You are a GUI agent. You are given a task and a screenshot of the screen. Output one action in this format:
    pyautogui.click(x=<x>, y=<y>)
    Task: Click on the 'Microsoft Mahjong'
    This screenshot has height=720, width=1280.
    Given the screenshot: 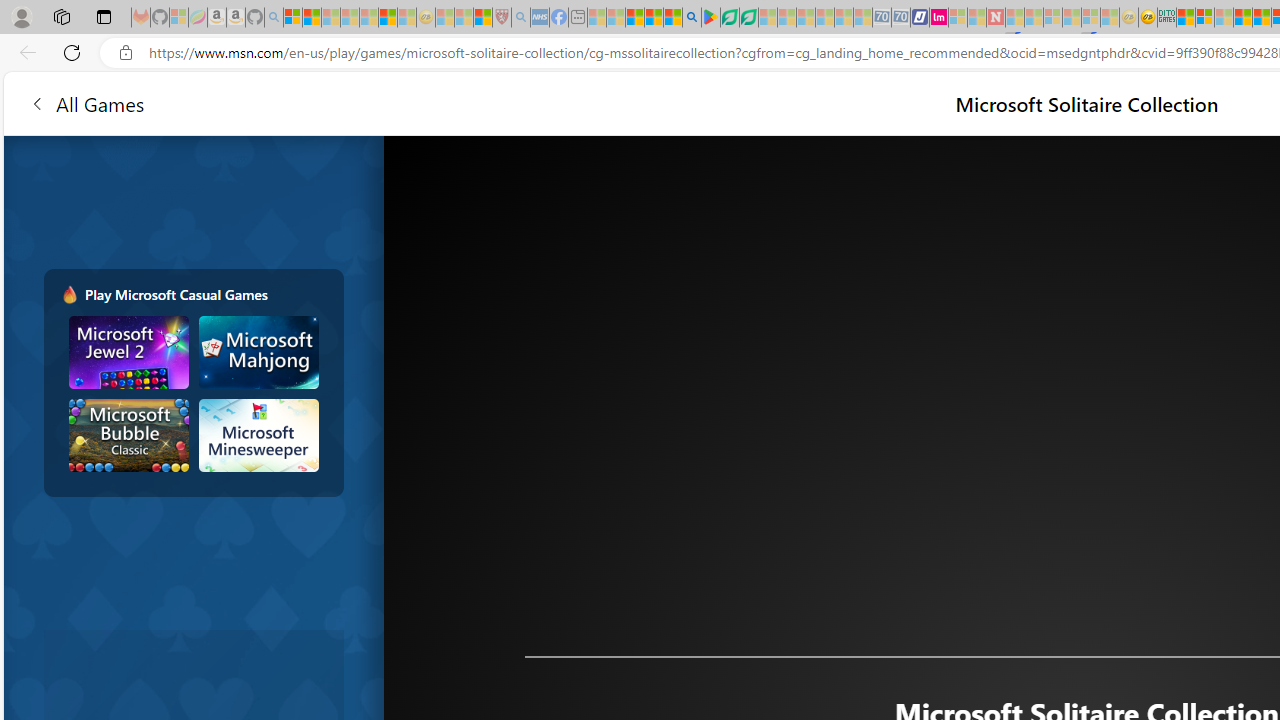 What is the action you would take?
    pyautogui.click(x=257, y=351)
    